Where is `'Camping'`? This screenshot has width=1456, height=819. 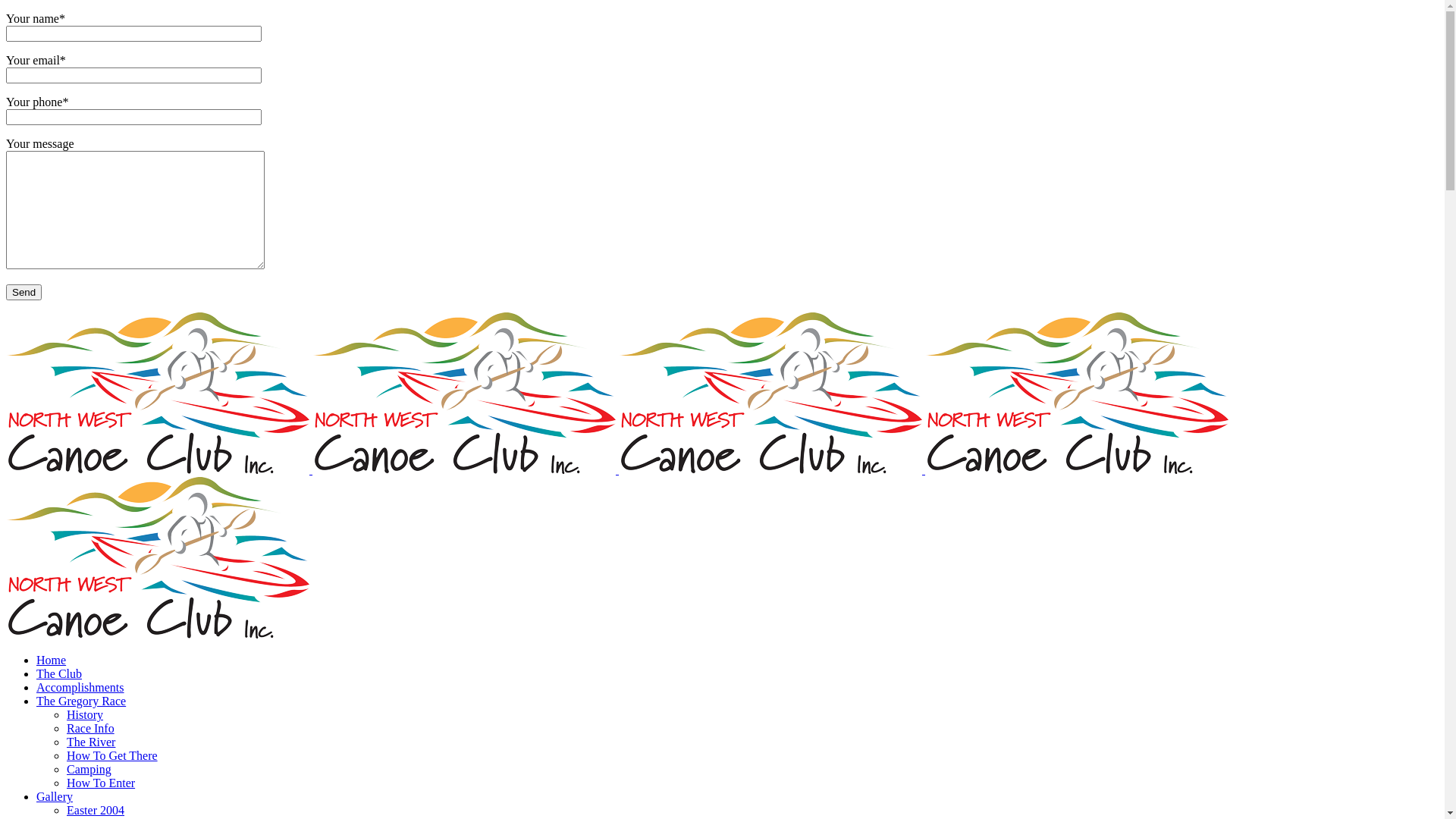
'Camping' is located at coordinates (88, 769).